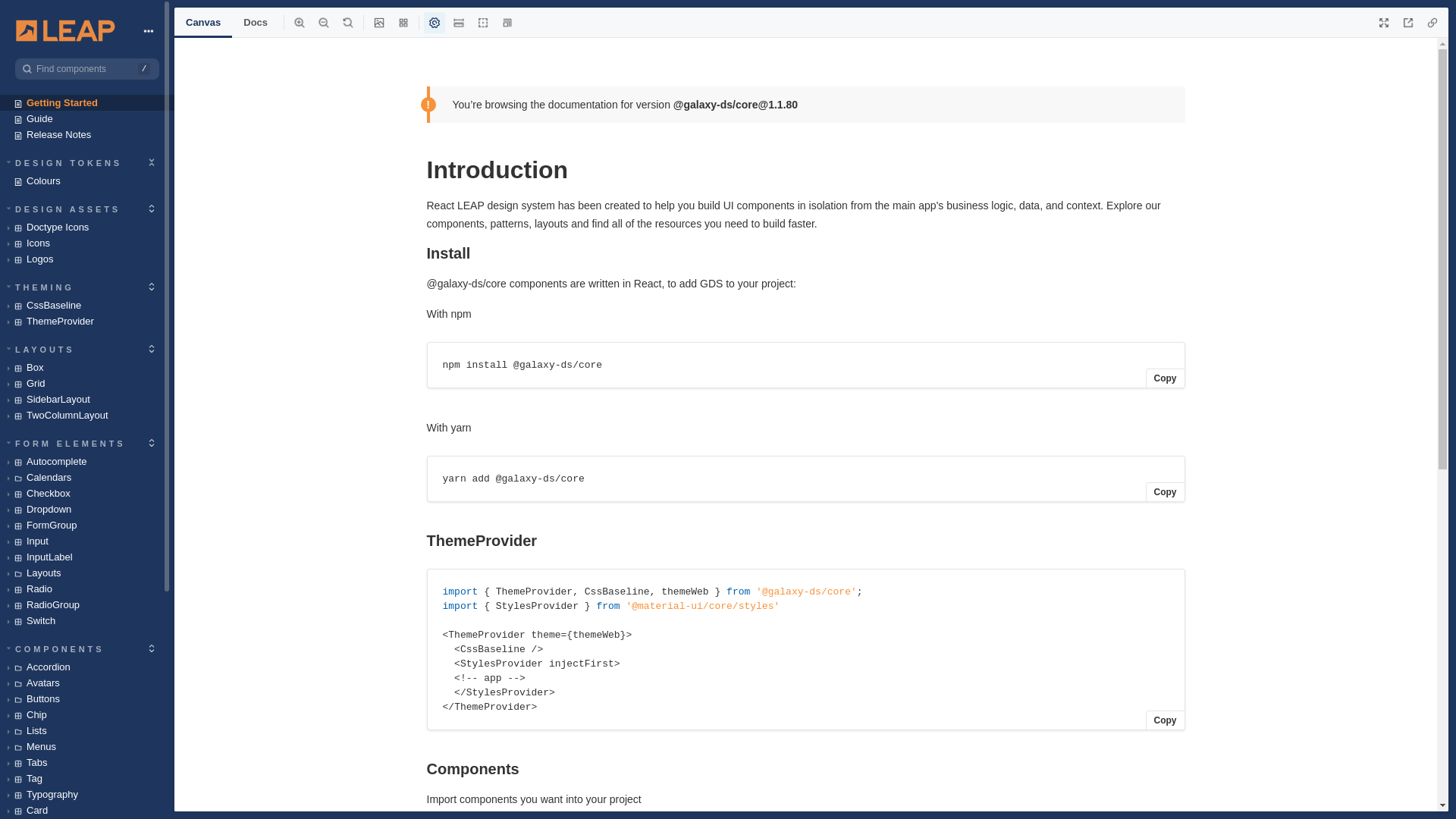 Image resolution: width=1456 pixels, height=819 pixels. I want to click on 'Radio', so click(86, 588).